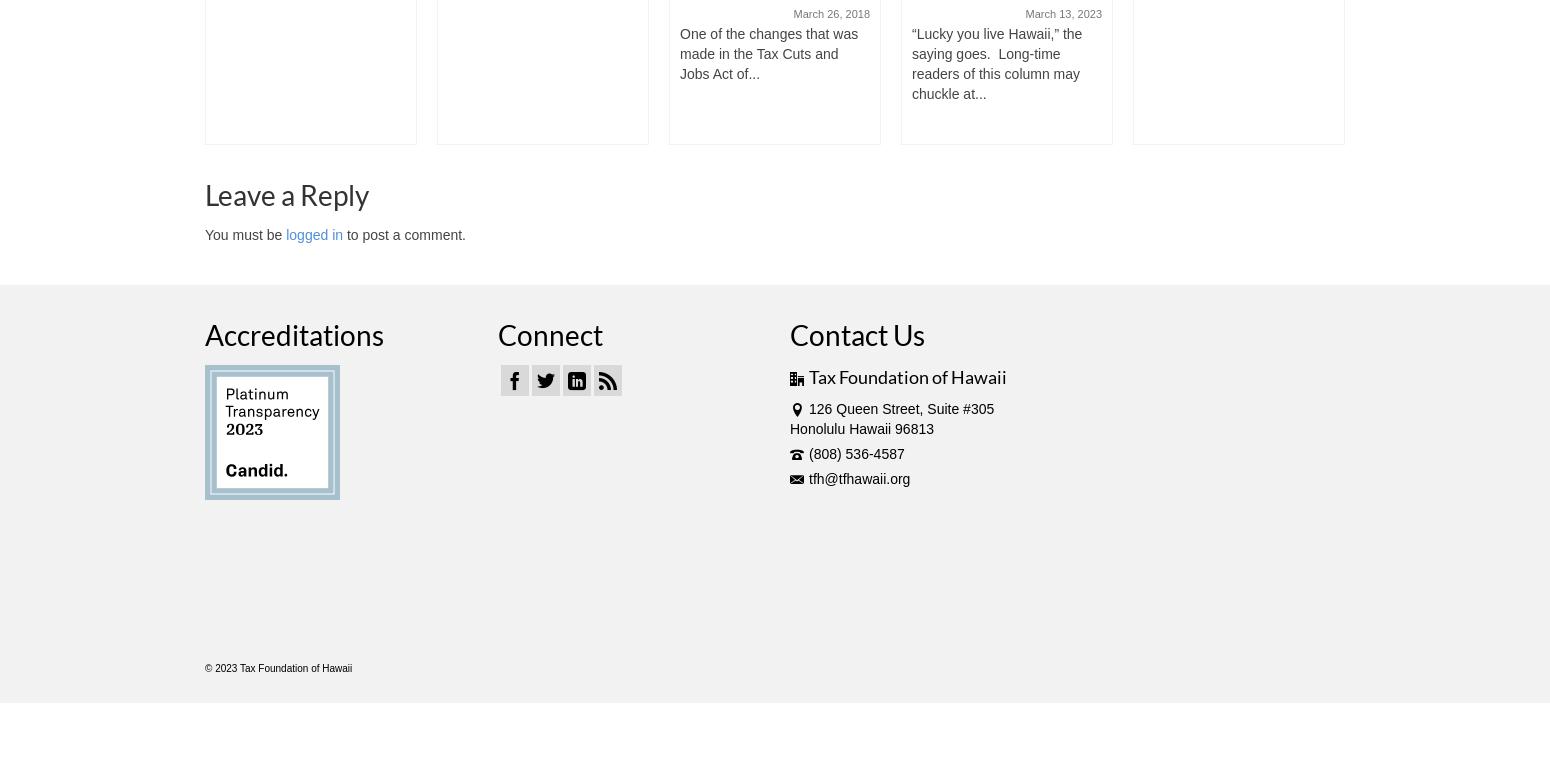 This screenshot has width=1550, height=758. I want to click on 'June 5, 2017', so click(110, 13).